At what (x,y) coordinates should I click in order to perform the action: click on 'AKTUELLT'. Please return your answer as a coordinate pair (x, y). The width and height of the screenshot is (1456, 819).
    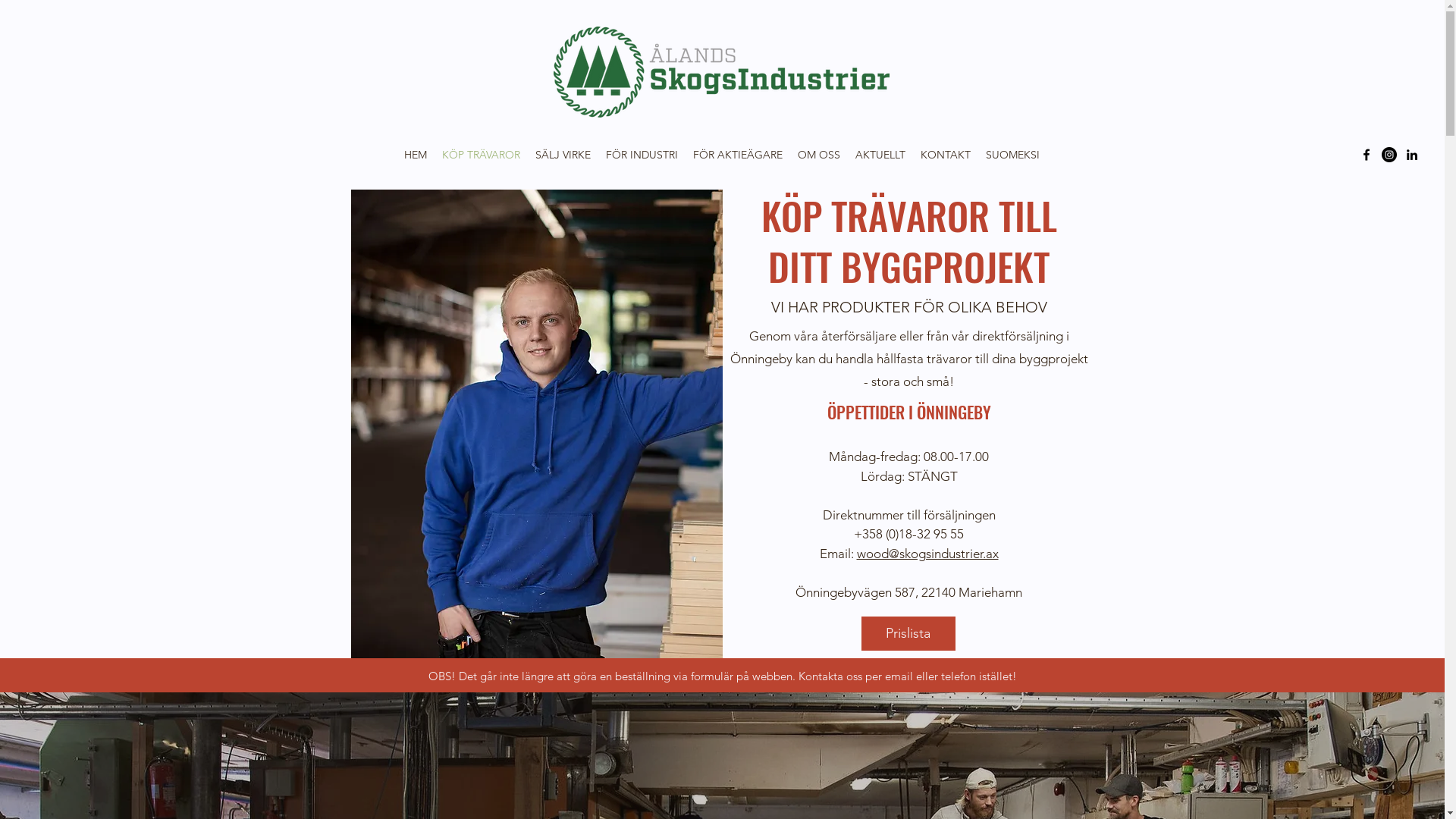
    Looking at the image, I should click on (880, 155).